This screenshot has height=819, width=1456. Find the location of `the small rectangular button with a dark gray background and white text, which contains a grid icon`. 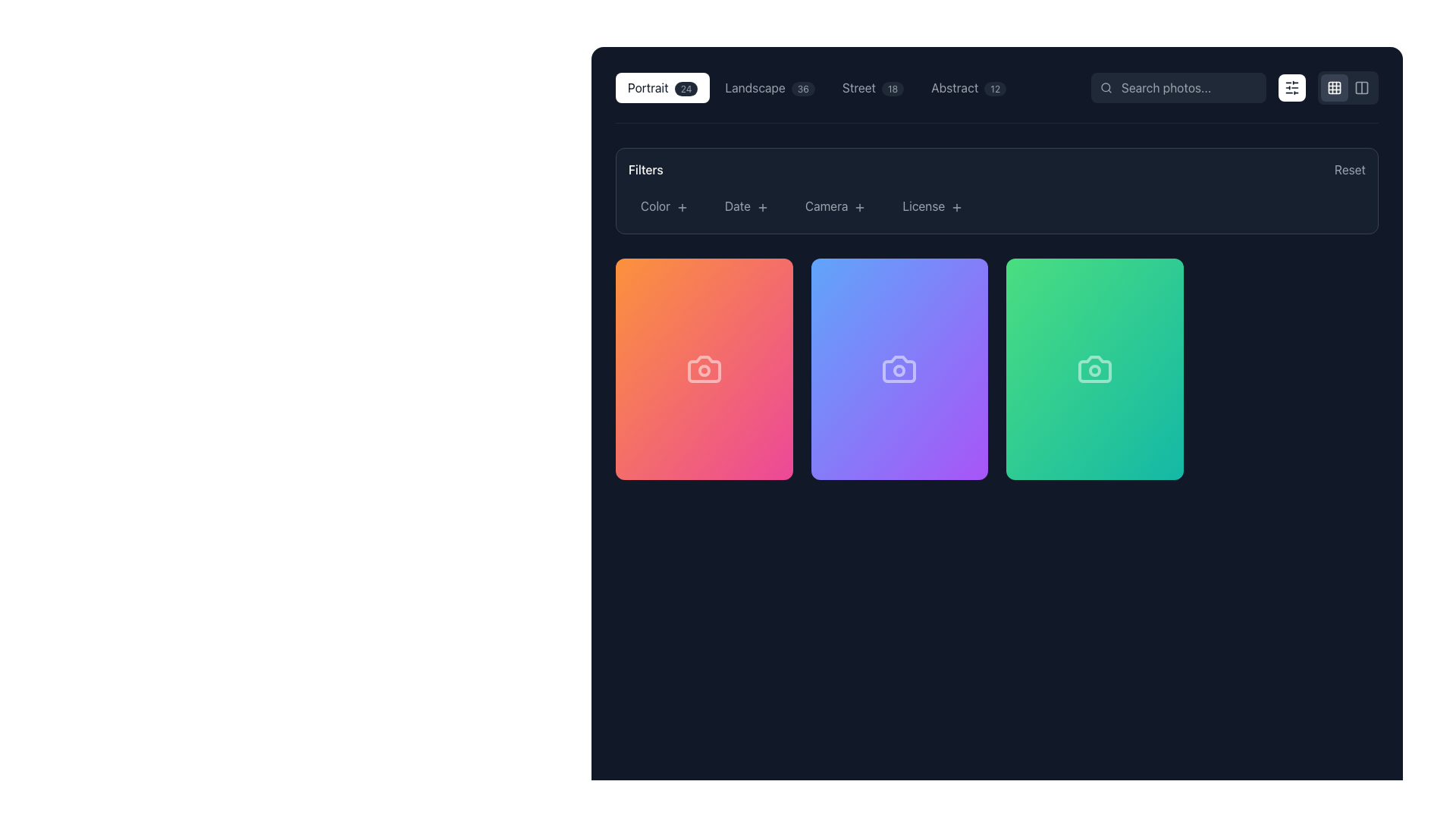

the small rectangular button with a dark gray background and white text, which contains a grid icon is located at coordinates (1335, 87).